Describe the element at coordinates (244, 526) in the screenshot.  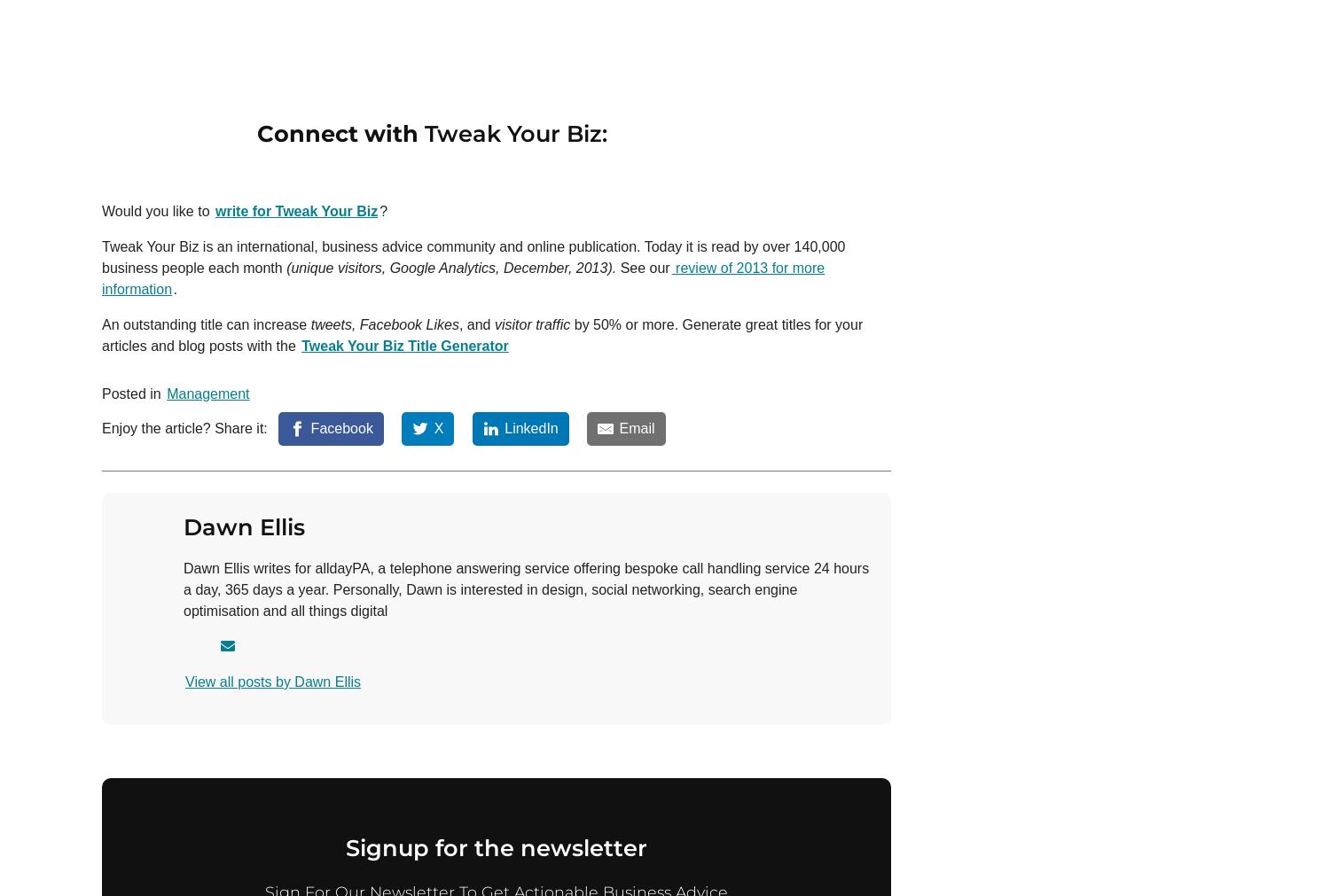
I see `'Dawn Ellis'` at that location.